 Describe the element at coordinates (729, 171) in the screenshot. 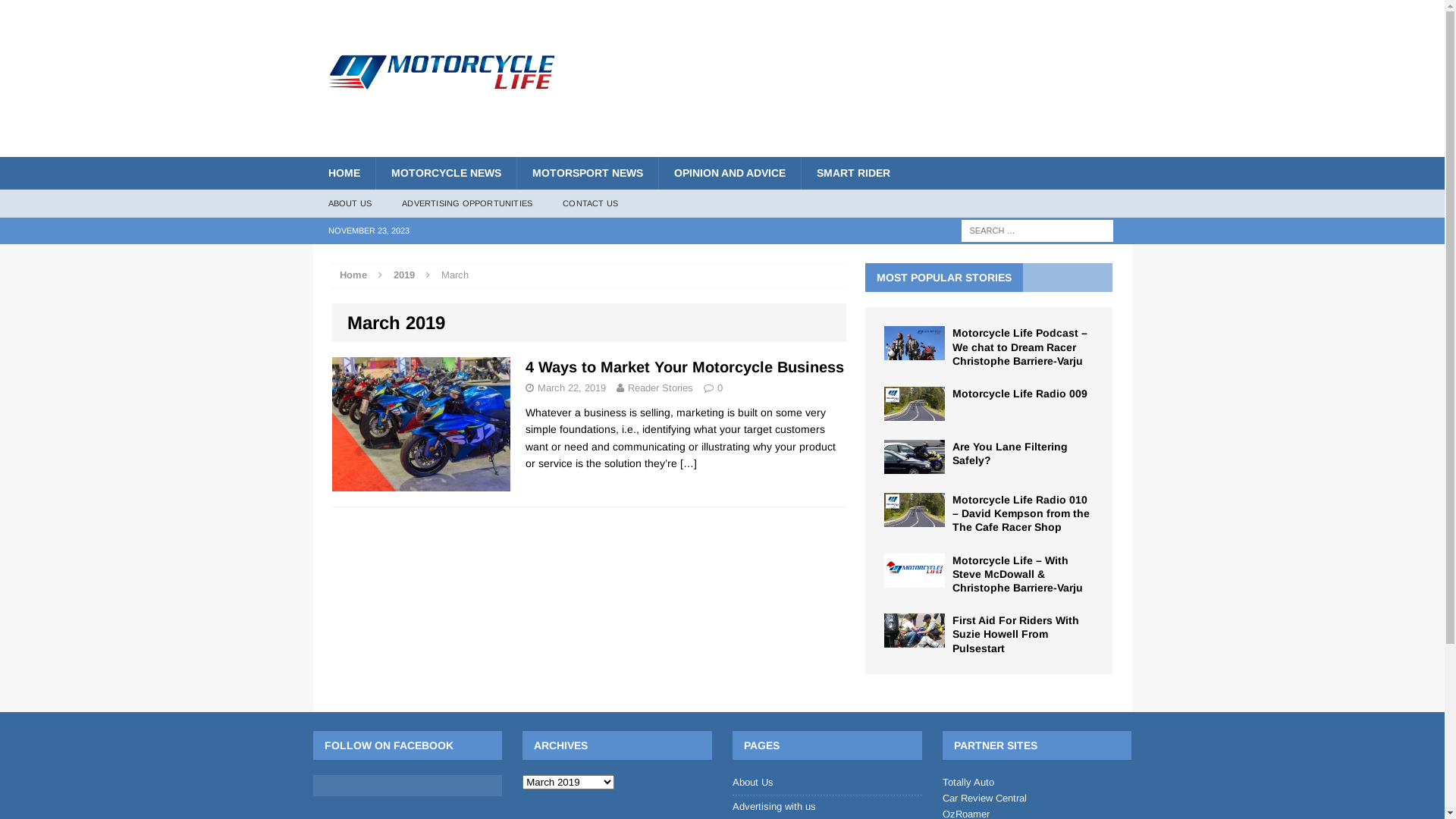

I see `'OPINION AND ADVICE'` at that location.